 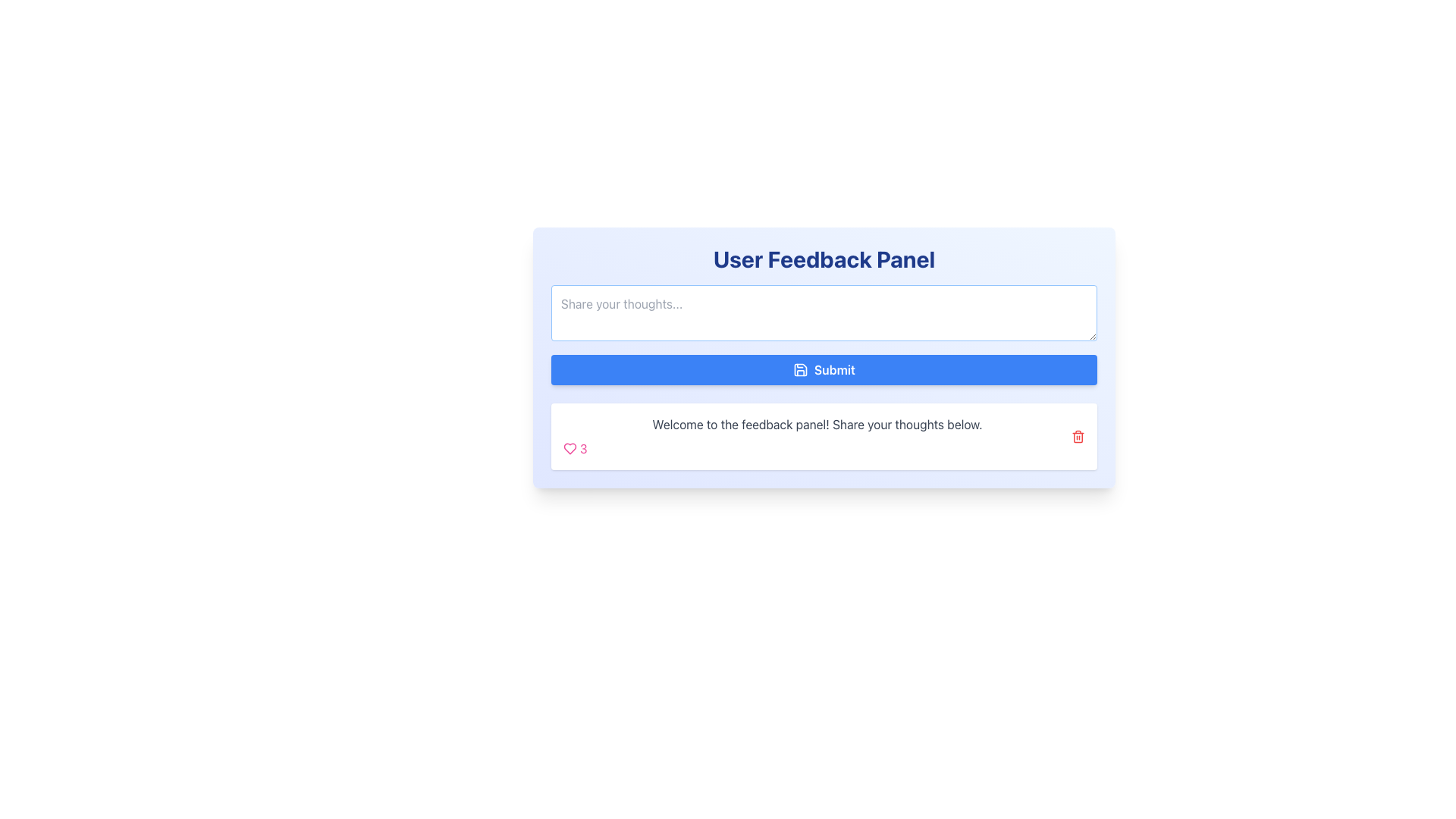 What do you see at coordinates (817, 436) in the screenshot?
I see `text displayed in the feedback panel, which says 'Welcome to the feedback panel! Share your thoughts below. 3' with a heart icon` at bounding box center [817, 436].